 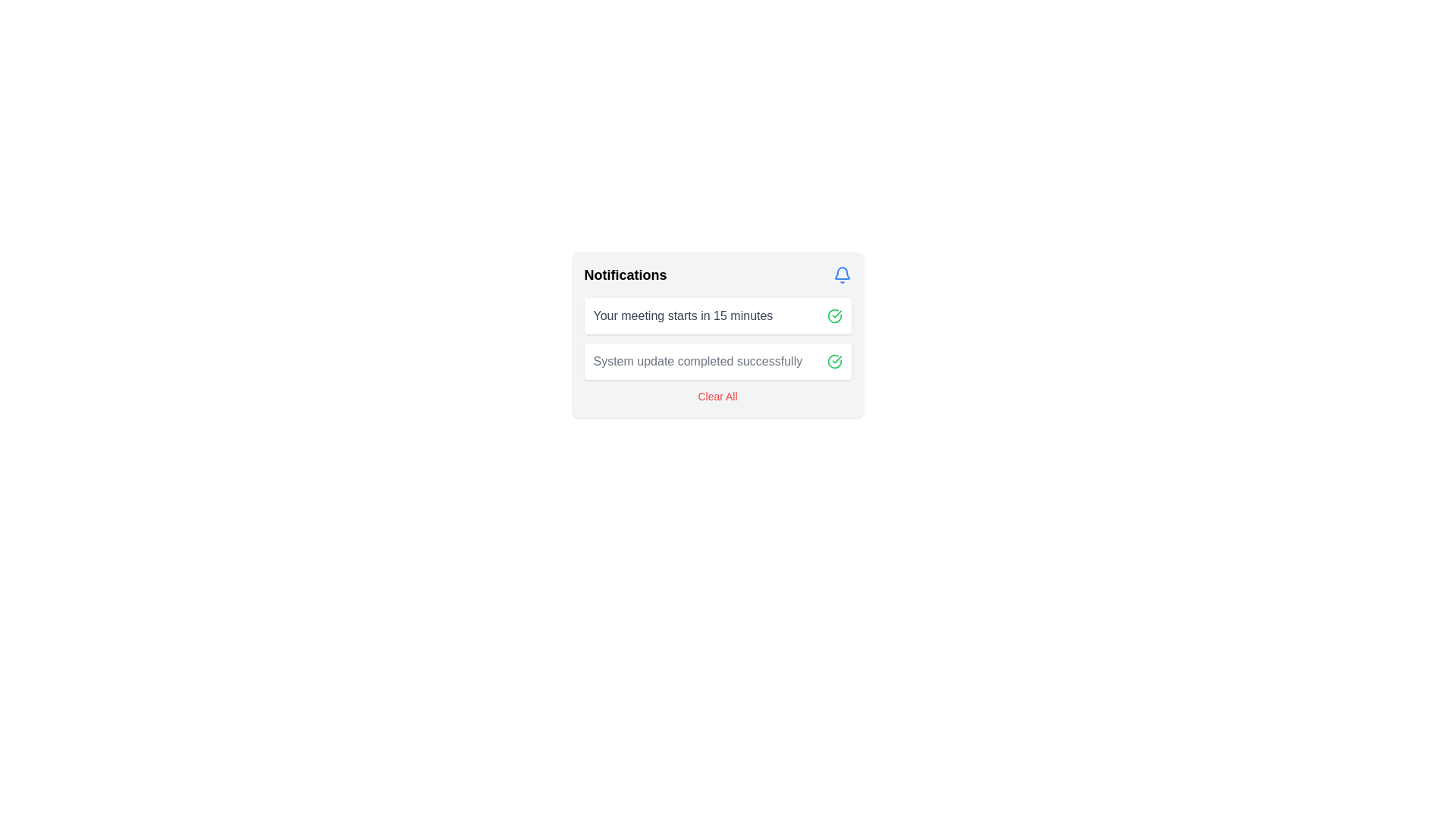 What do you see at coordinates (833, 315) in the screenshot?
I see `the green circular icon with a checkmark, located towards the top-right corner of the notification panel that indicates a successful action` at bounding box center [833, 315].